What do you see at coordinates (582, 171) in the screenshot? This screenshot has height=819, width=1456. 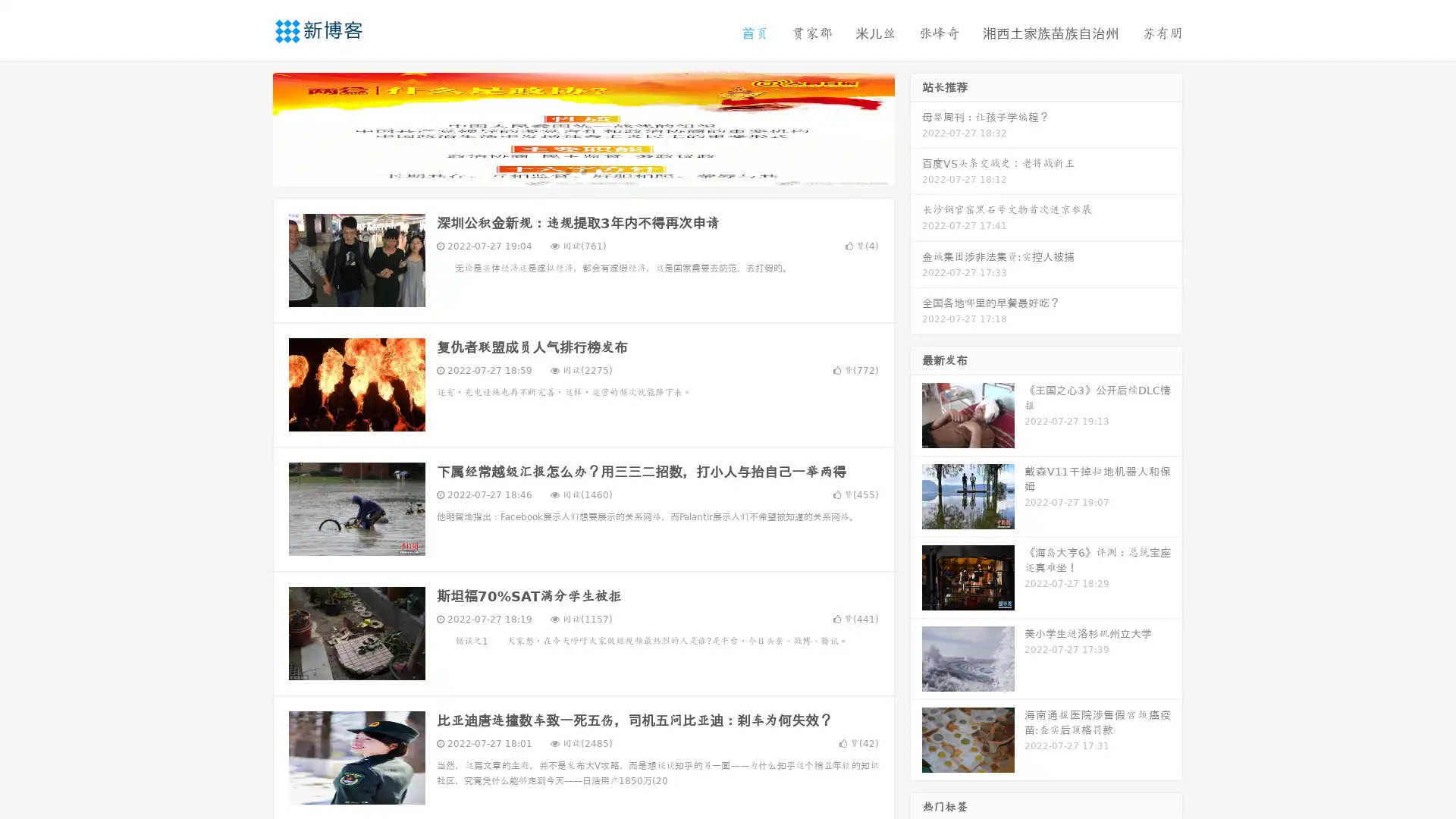 I see `Go to slide 2` at bounding box center [582, 171].